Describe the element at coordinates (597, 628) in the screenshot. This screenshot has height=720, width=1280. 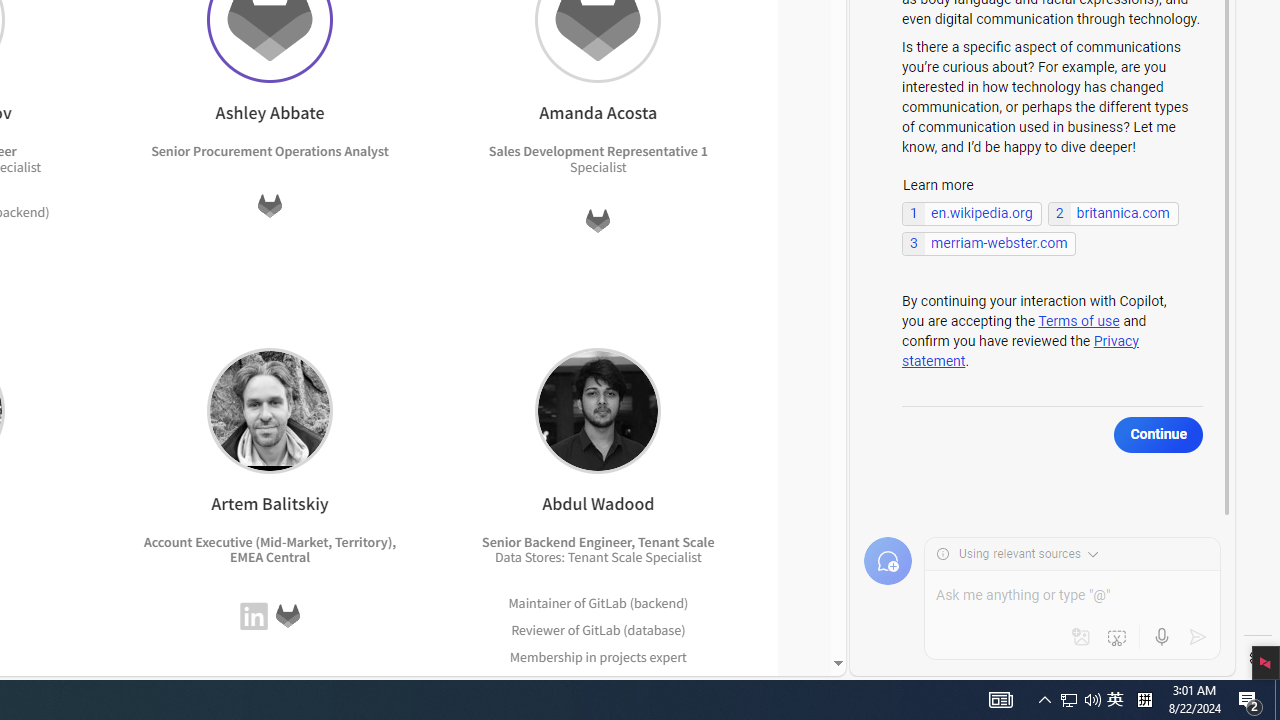
I see `'Reviewer of GitLab (database)'` at that location.